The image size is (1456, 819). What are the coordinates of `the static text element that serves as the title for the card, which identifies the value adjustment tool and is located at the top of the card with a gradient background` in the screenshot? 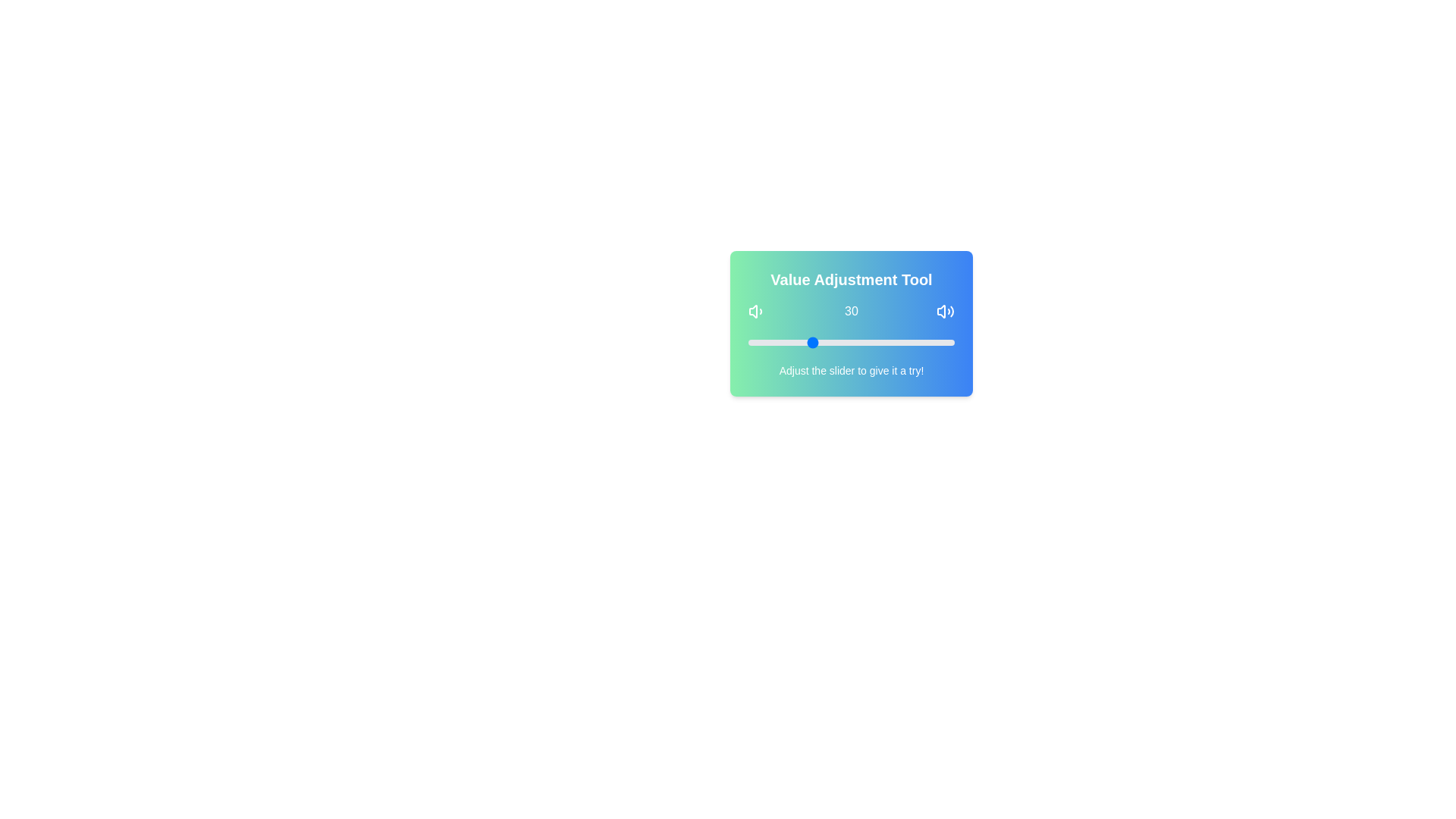 It's located at (852, 280).